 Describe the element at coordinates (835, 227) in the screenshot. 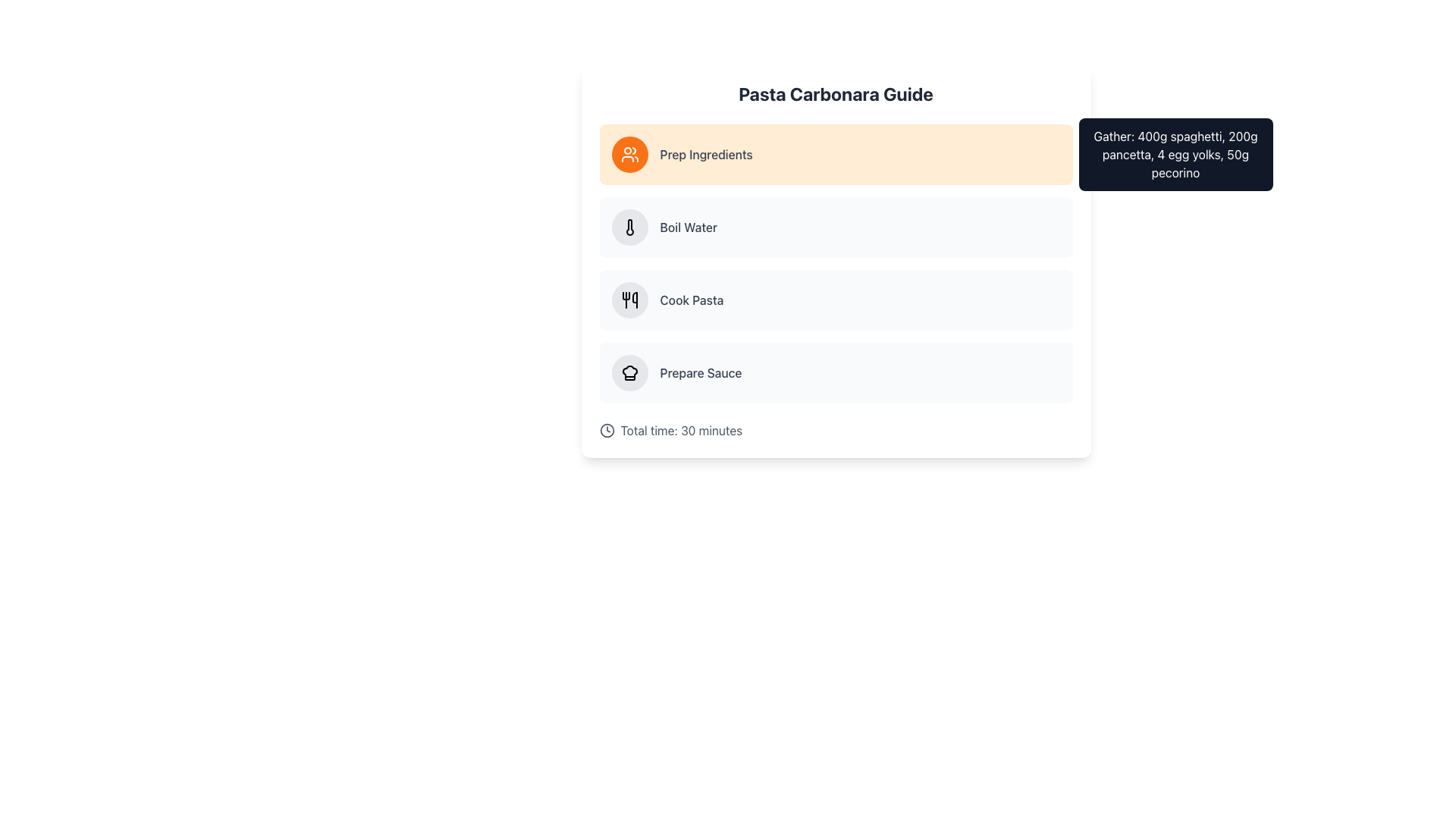

I see `the second list item` at that location.